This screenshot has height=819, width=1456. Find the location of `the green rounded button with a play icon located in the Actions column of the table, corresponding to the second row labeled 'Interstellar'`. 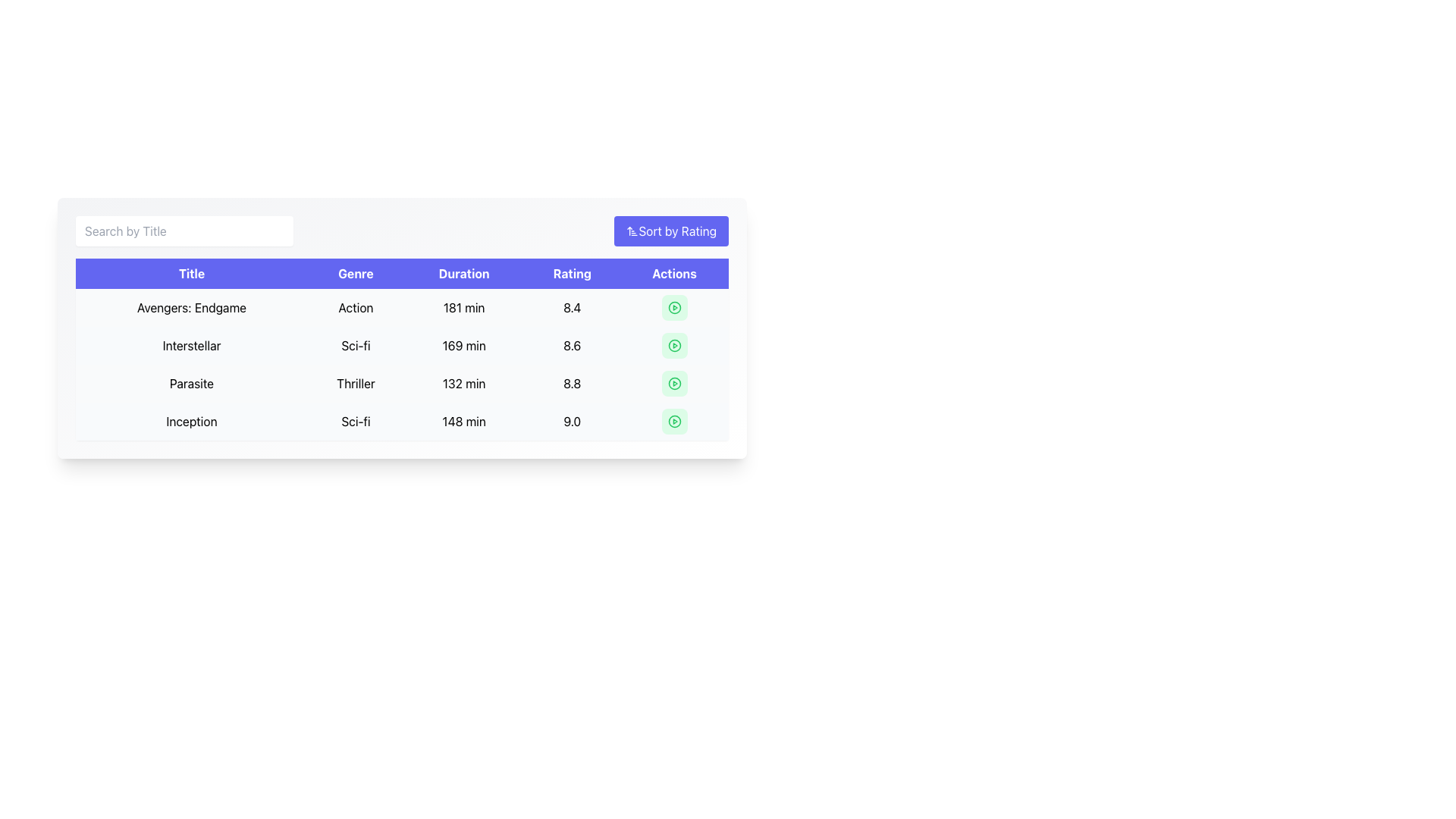

the green rounded button with a play icon located in the Actions column of the table, corresponding to the second row labeled 'Interstellar' is located at coordinates (673, 345).